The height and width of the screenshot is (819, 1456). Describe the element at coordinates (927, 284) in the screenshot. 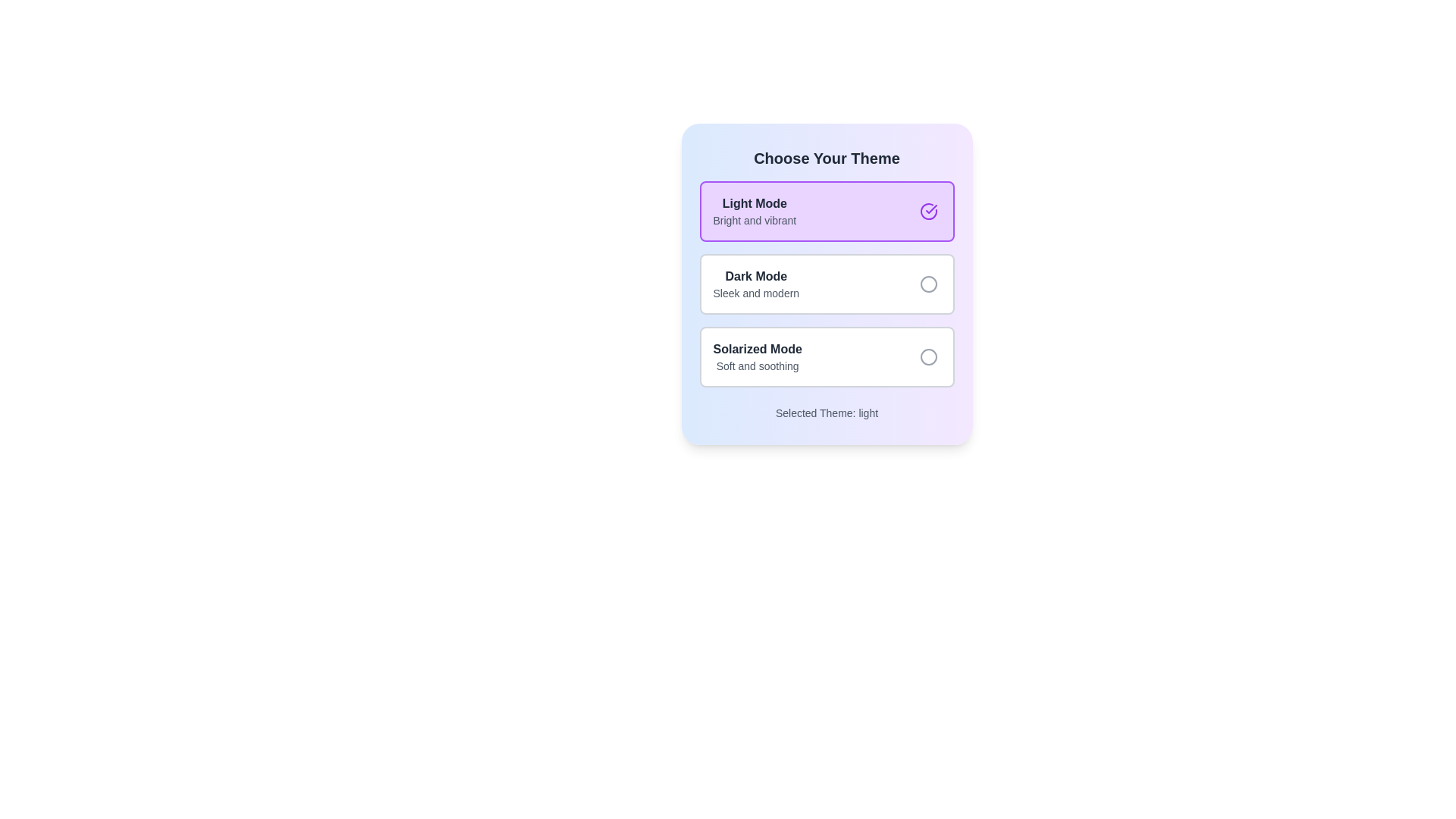

I see `the 'Dark Mode' radio button icon` at that location.